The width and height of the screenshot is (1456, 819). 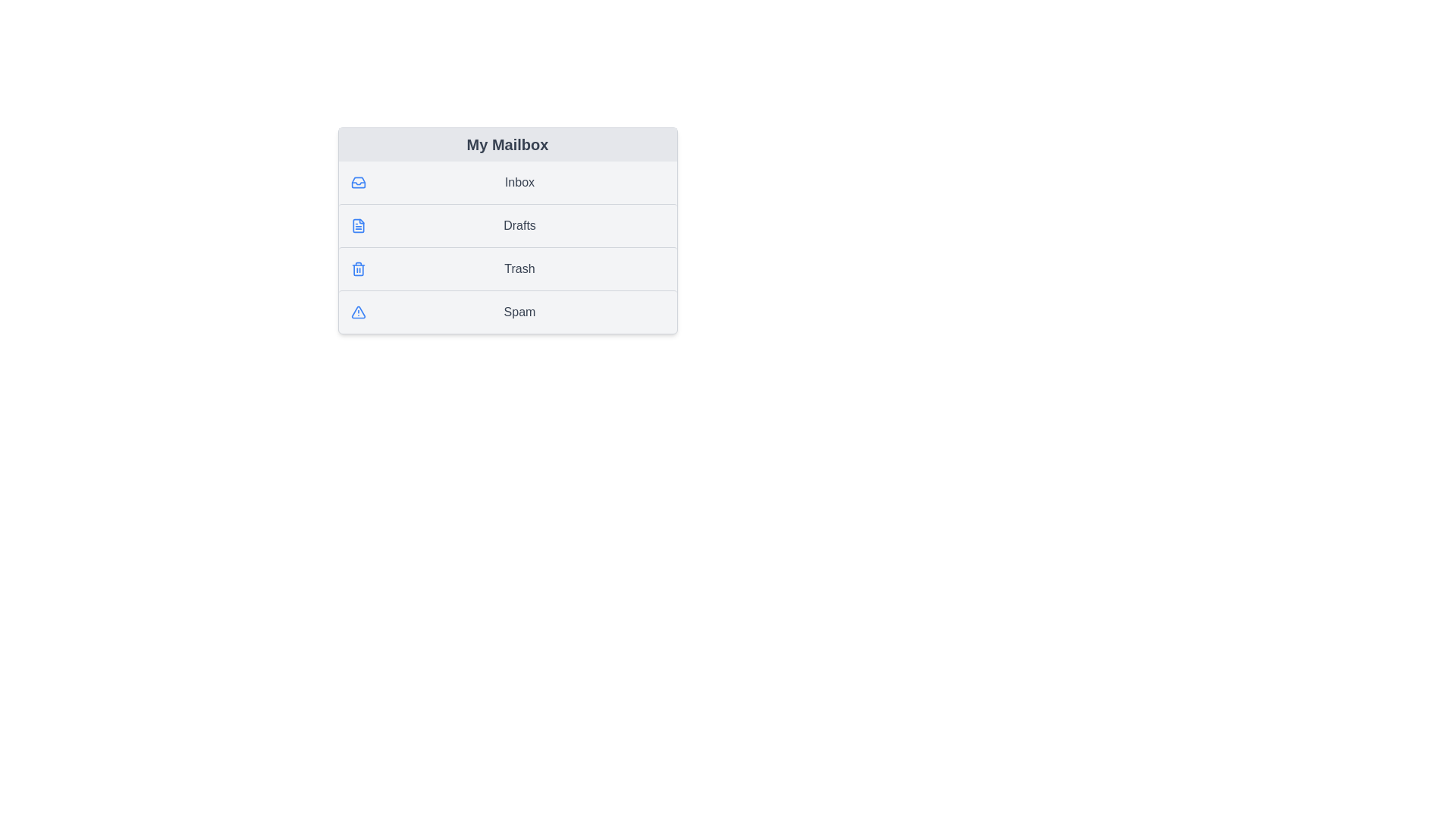 I want to click on the icon next to the Inbox list item, so click(x=357, y=181).